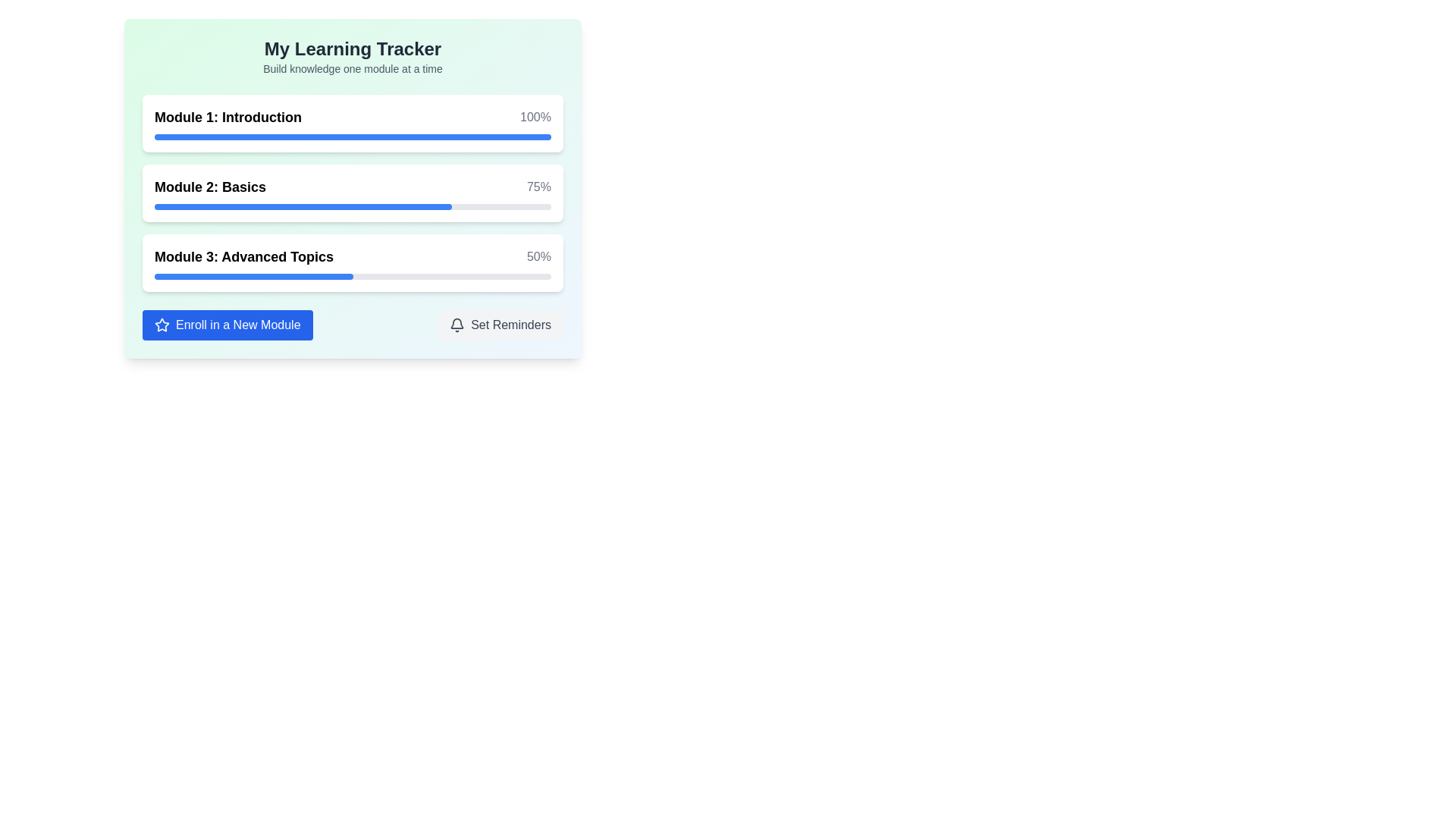 This screenshot has width=1456, height=819. What do you see at coordinates (162, 324) in the screenshot?
I see `the decorative star icon located inside the blue button labeled 'Enroll in a New Module' at the lower left corner of the interface` at bounding box center [162, 324].